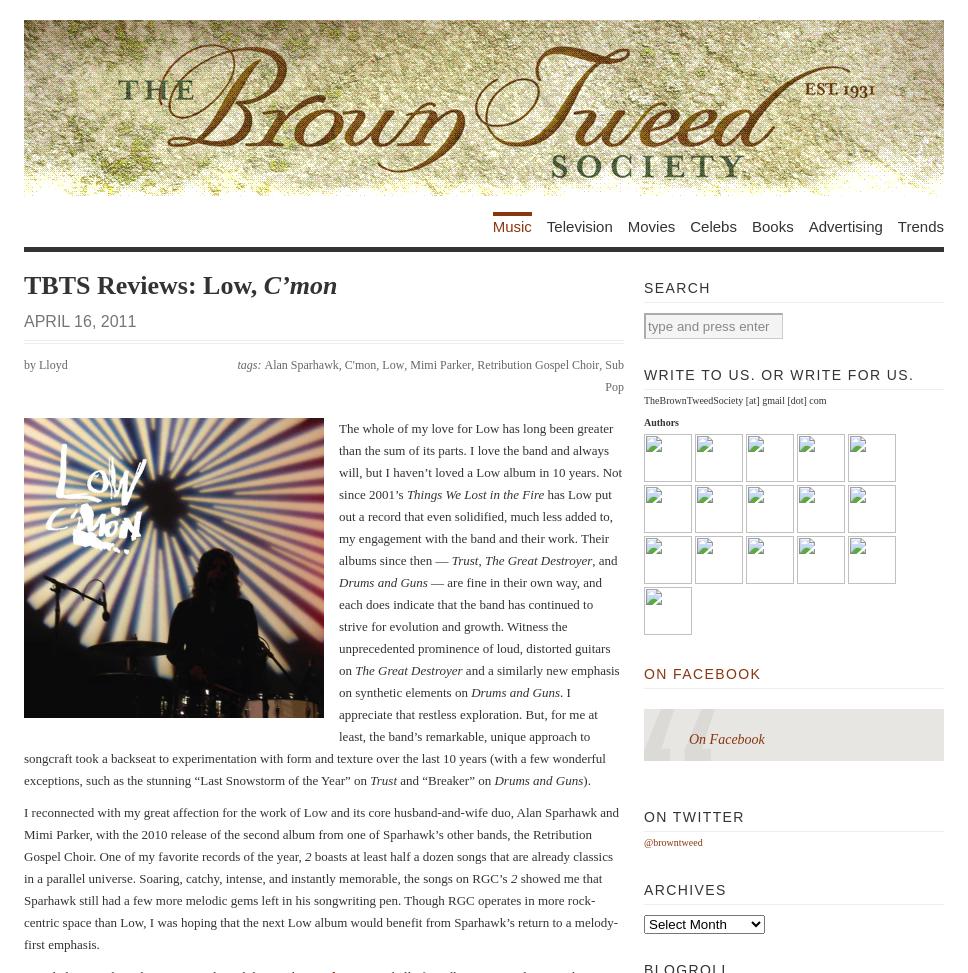 This screenshot has height=973, width=968. I want to click on 'Sub Pop', so click(613, 373).